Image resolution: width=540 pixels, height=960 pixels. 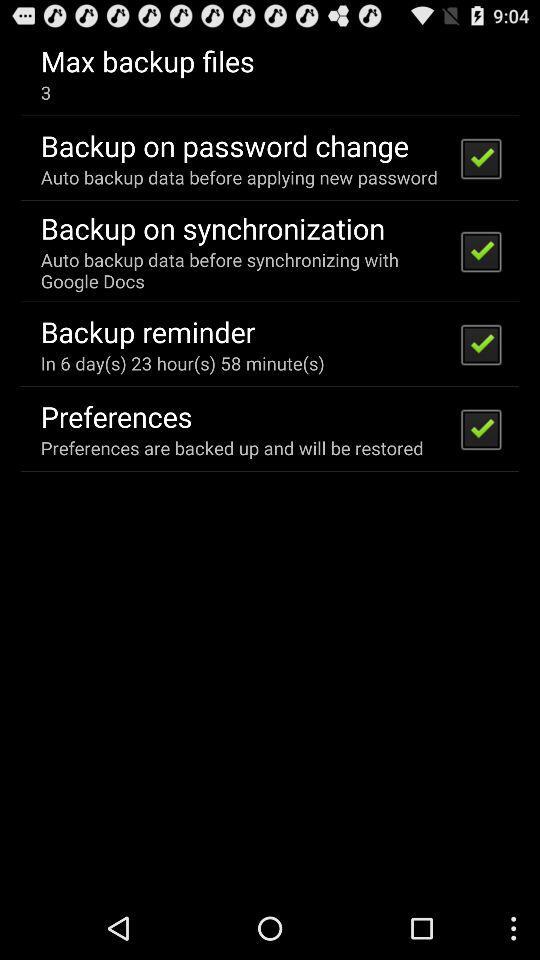 What do you see at coordinates (231, 448) in the screenshot?
I see `the preferences are backed icon` at bounding box center [231, 448].